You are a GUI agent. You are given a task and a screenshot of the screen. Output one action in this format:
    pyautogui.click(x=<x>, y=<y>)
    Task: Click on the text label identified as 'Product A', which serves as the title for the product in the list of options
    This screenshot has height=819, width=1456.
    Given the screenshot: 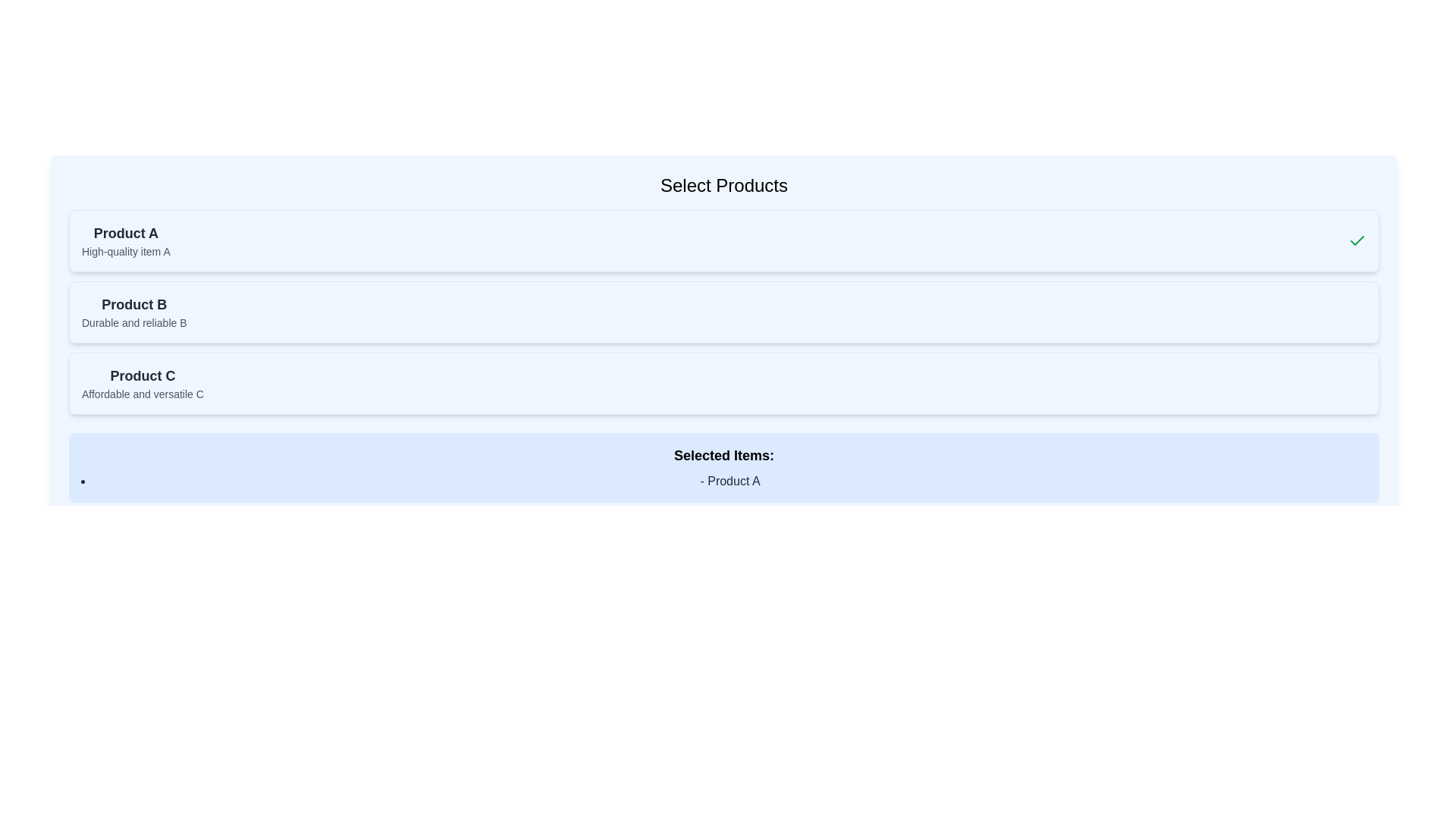 What is the action you would take?
    pyautogui.click(x=126, y=234)
    